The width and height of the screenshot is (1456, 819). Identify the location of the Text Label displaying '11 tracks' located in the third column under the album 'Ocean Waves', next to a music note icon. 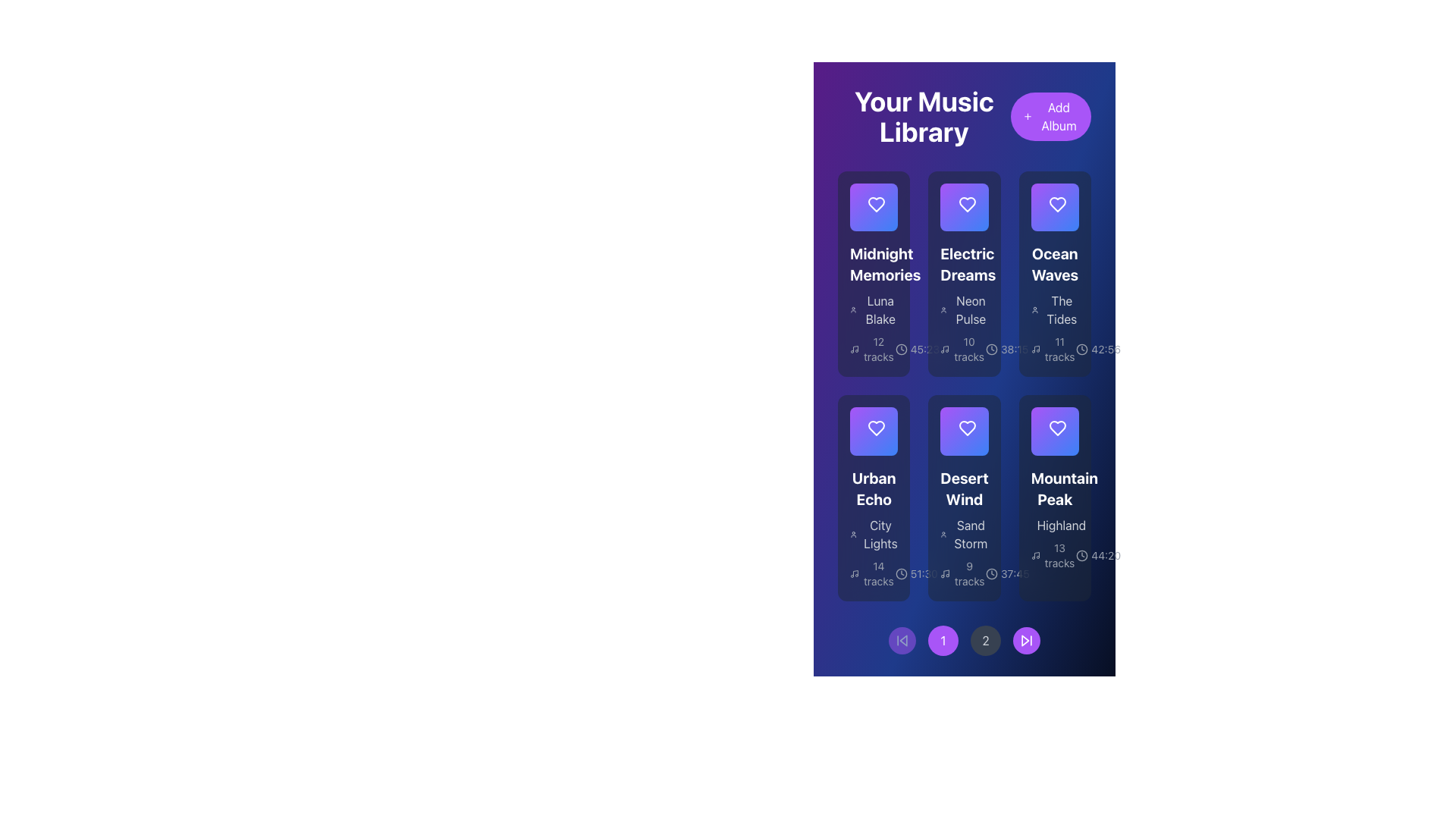
(1053, 350).